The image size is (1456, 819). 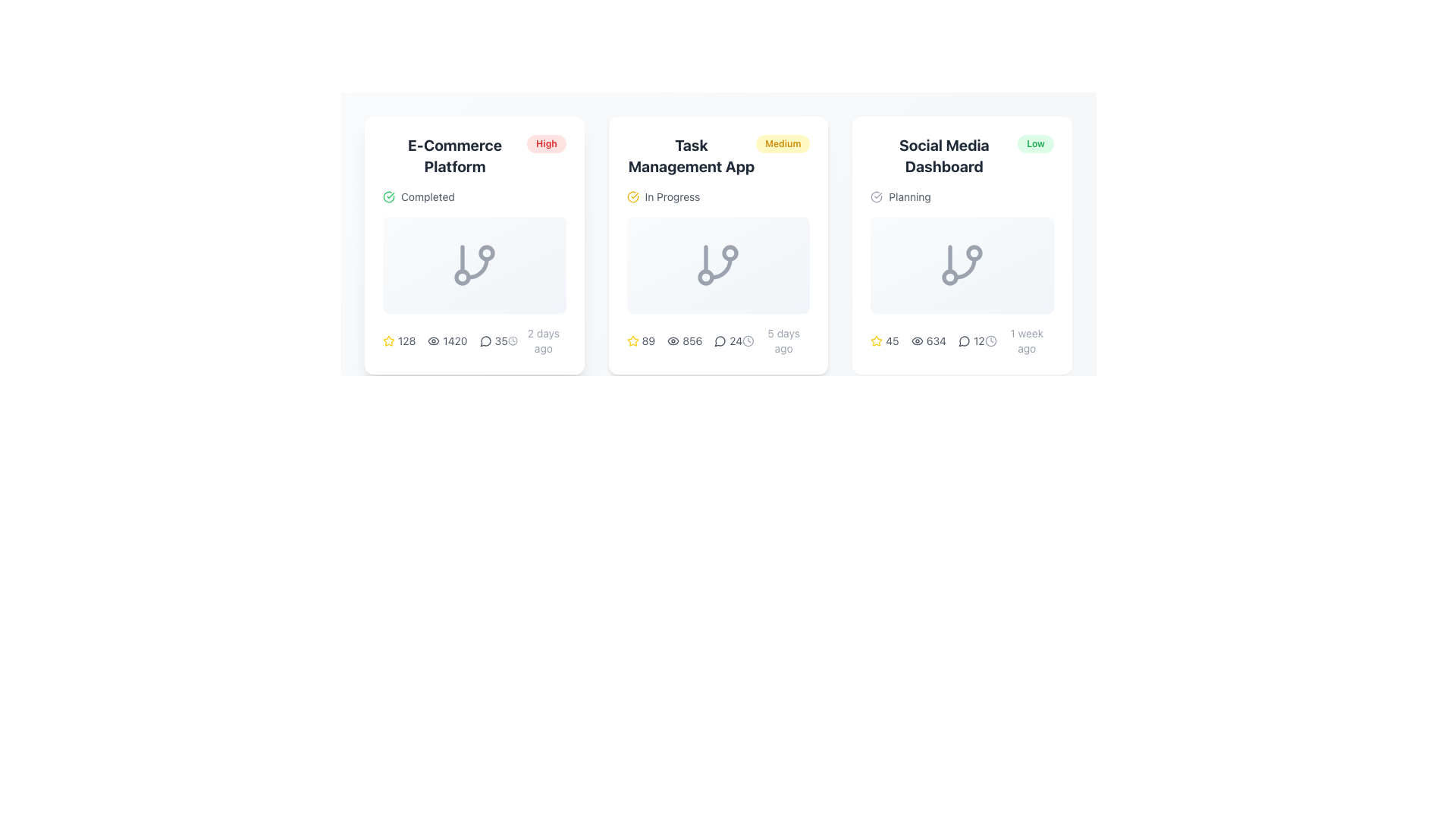 I want to click on the bottom-left SVG Circle component in the line-and-circle diagram, so click(x=949, y=278).